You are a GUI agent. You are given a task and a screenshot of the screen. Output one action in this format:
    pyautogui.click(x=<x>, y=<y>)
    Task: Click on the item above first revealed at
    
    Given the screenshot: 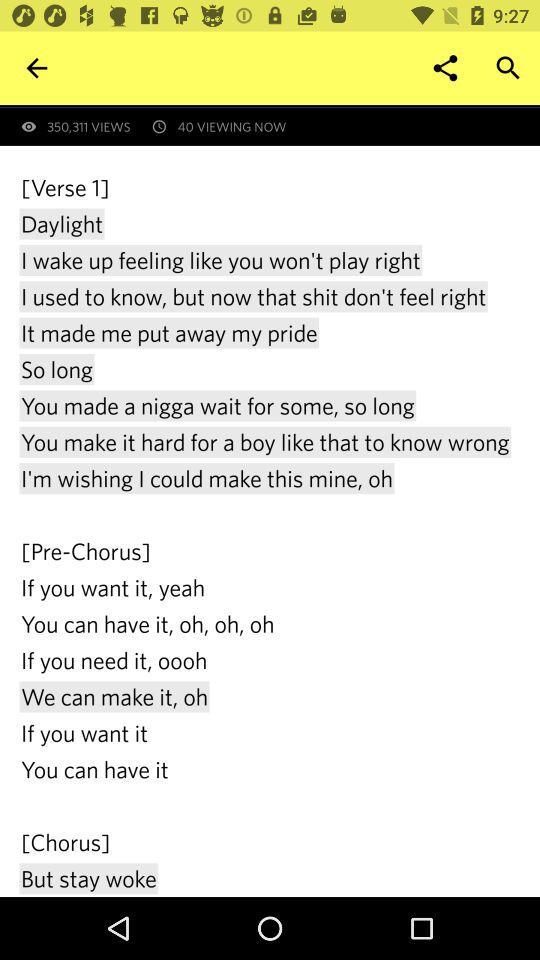 What is the action you would take?
    pyautogui.click(x=508, y=68)
    